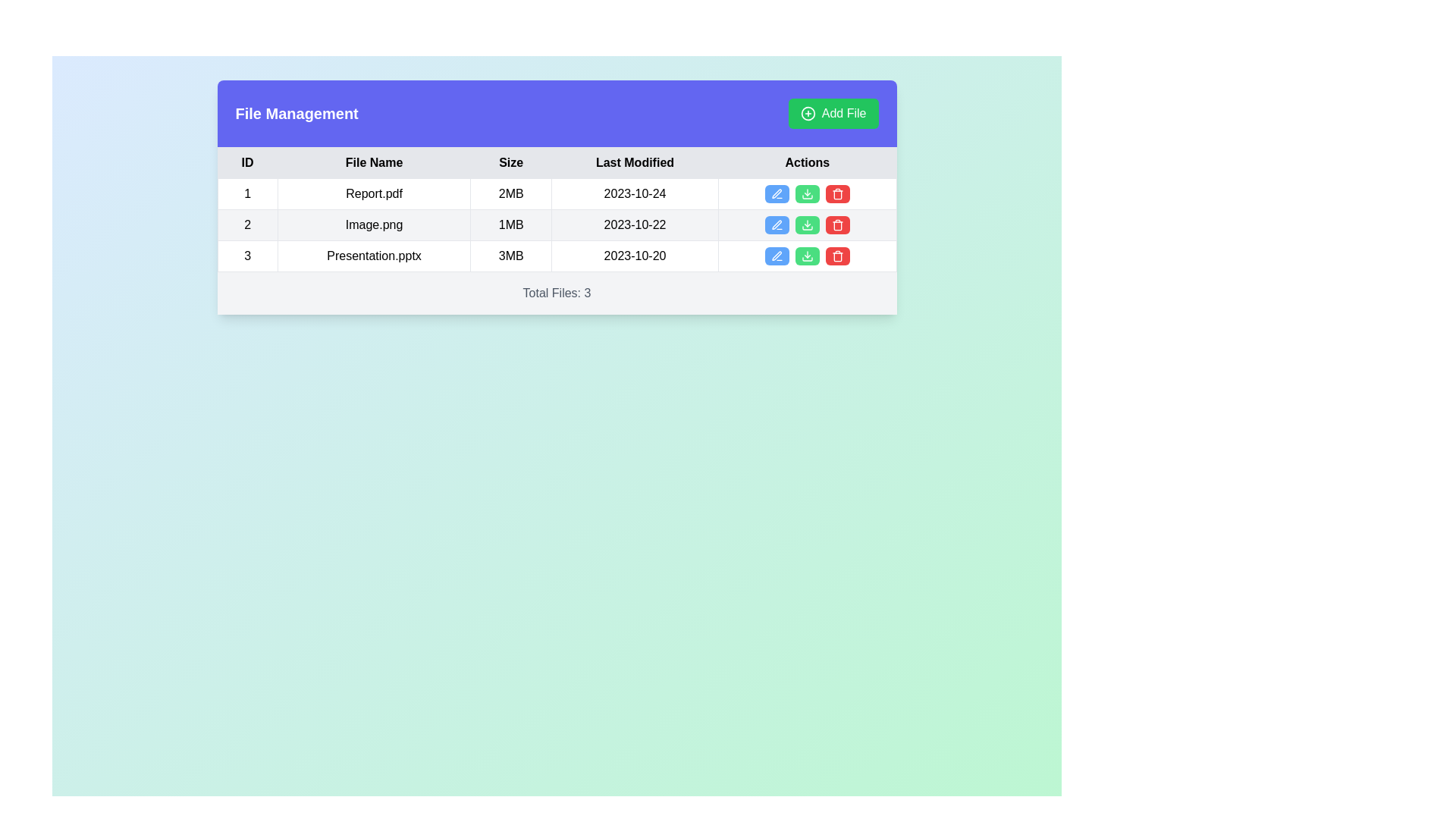  What do you see at coordinates (836, 256) in the screenshot?
I see `the delete icon button located in the 'Actions' column of the third row in the table` at bounding box center [836, 256].